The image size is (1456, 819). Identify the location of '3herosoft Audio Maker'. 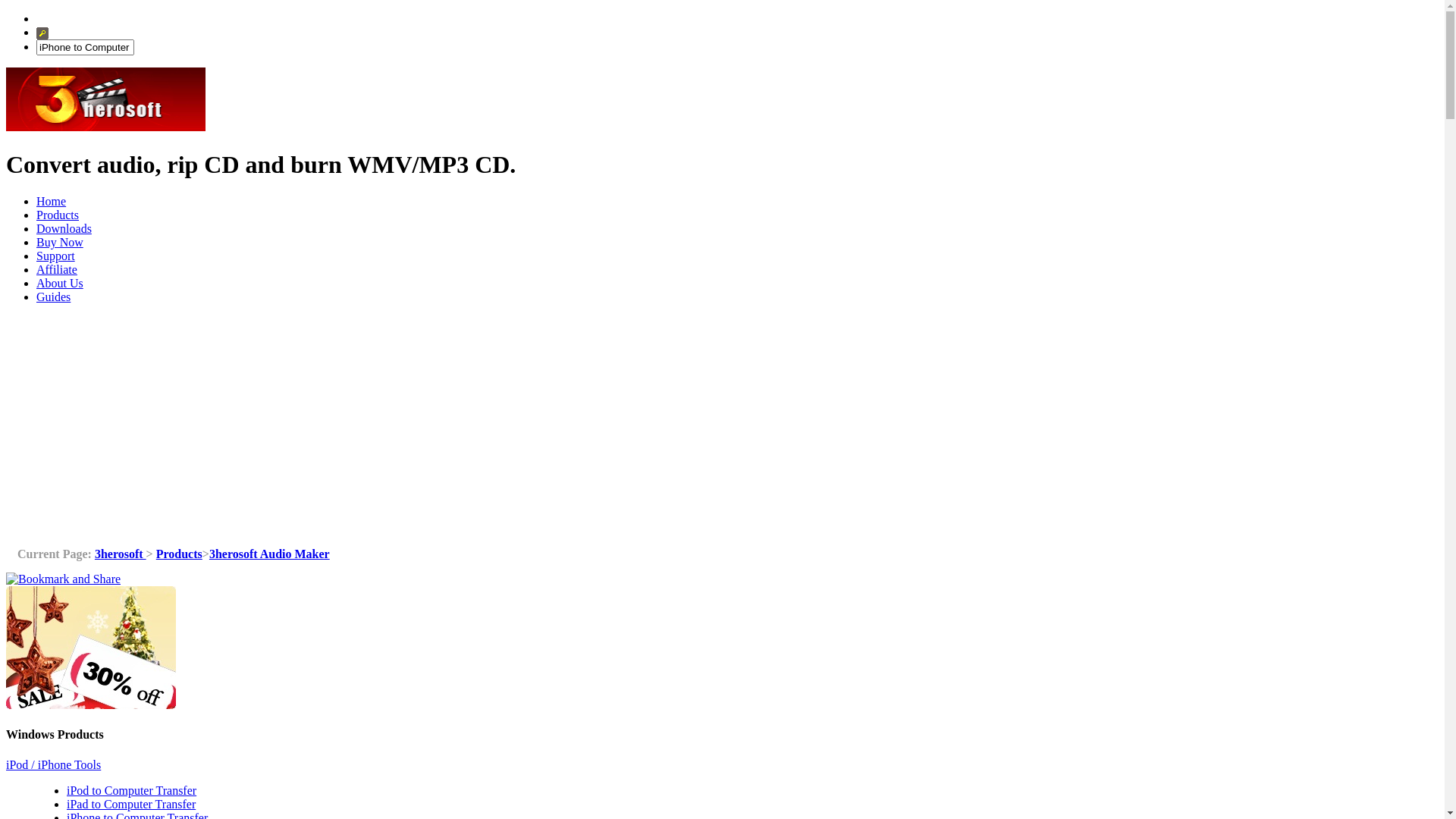
(269, 554).